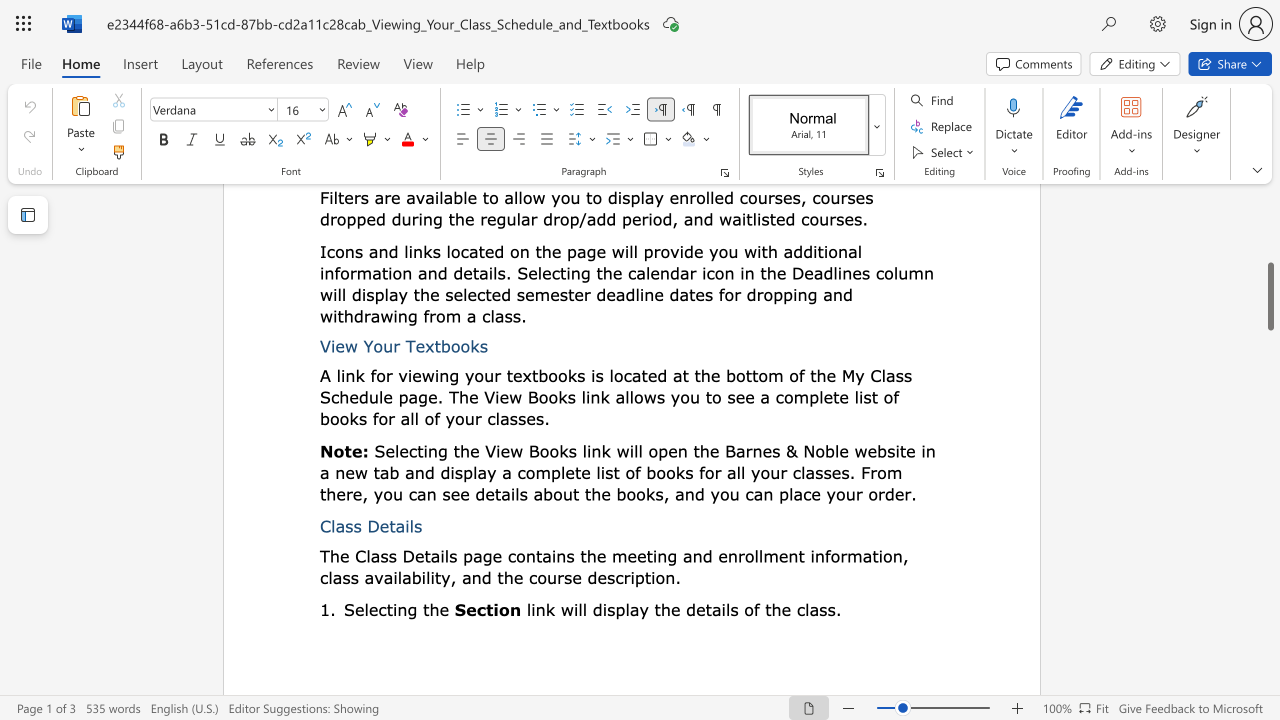  What do you see at coordinates (1269, 296) in the screenshot?
I see `the scrollbar and move down 2110 pixels` at bounding box center [1269, 296].